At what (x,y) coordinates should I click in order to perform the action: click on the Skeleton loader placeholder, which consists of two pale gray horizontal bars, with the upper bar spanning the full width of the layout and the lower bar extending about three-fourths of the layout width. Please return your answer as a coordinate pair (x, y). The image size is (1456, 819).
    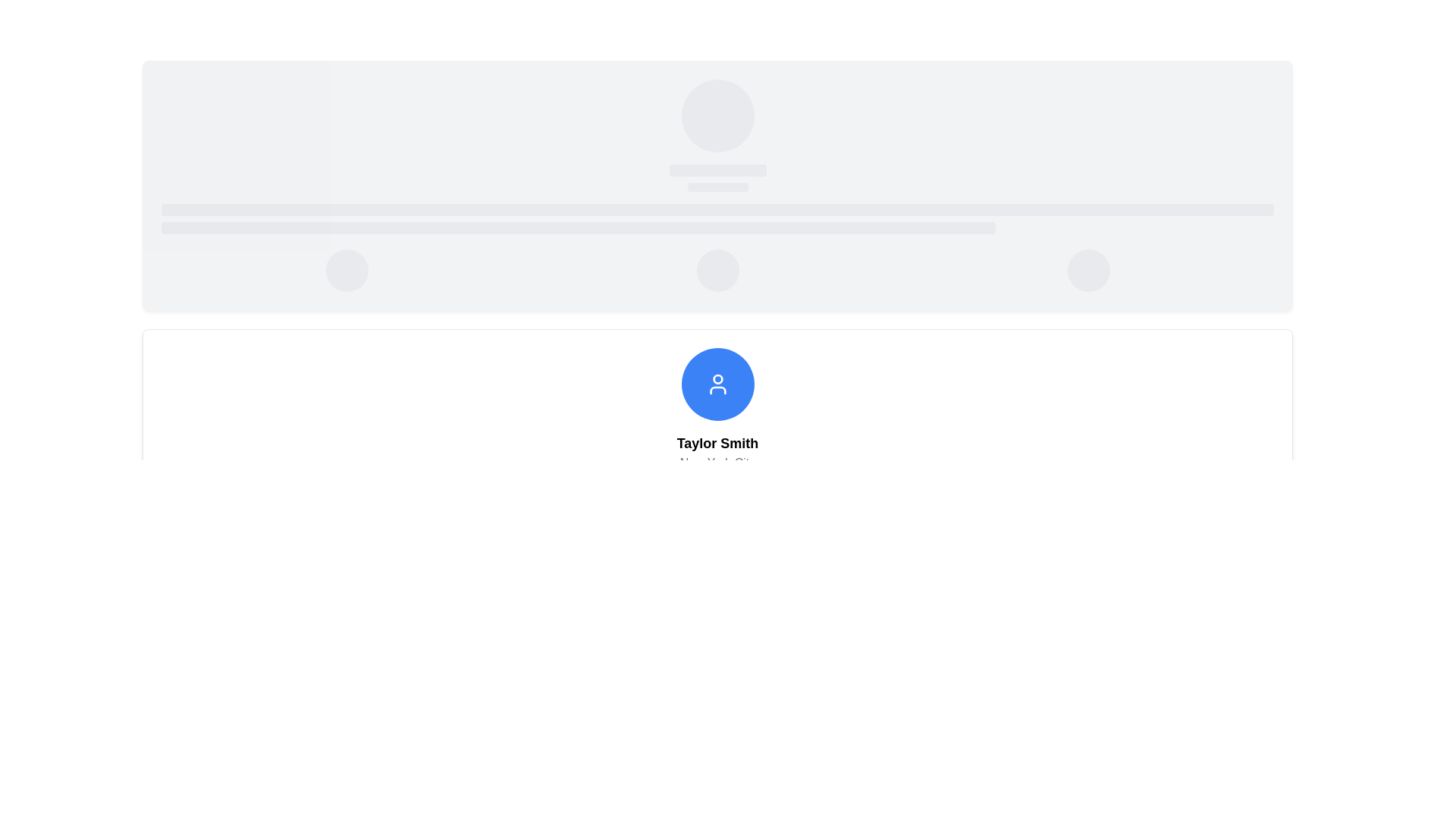
    Looking at the image, I should click on (717, 219).